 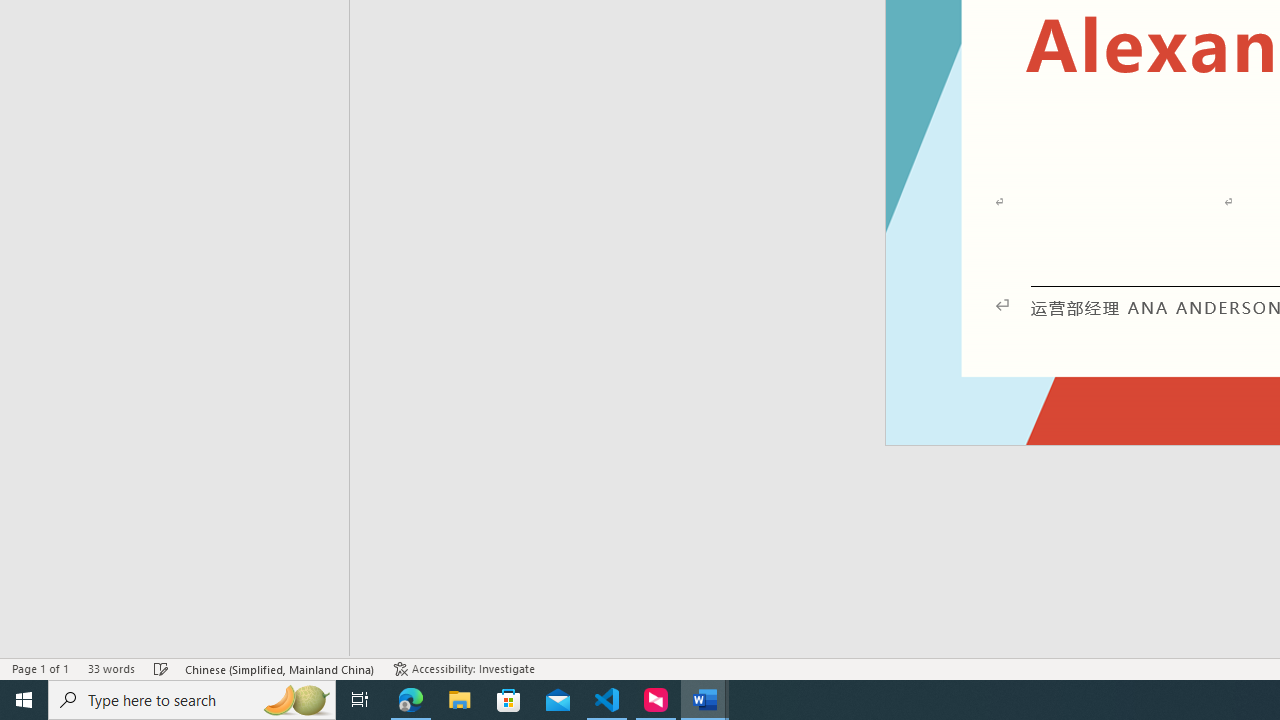 What do you see at coordinates (161, 669) in the screenshot?
I see `'Spelling and Grammar Check Checking'` at bounding box center [161, 669].